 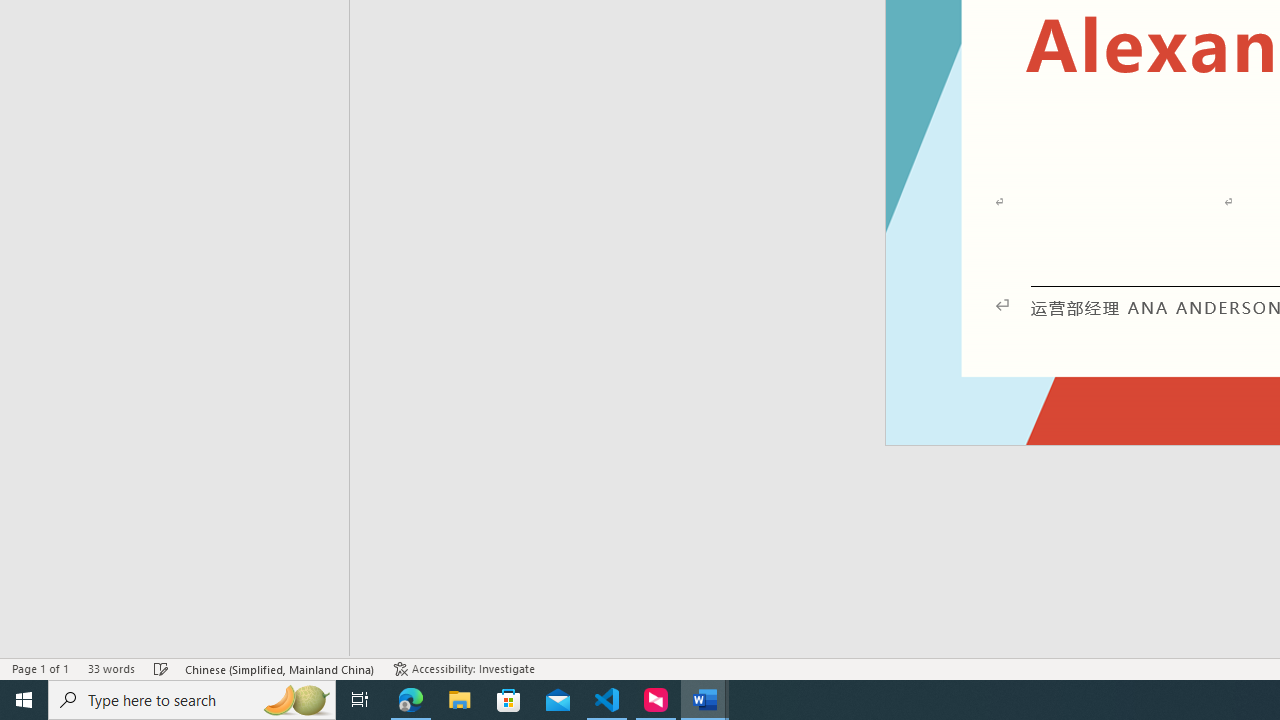 What do you see at coordinates (161, 669) in the screenshot?
I see `'Spelling and Grammar Check Checking'` at bounding box center [161, 669].